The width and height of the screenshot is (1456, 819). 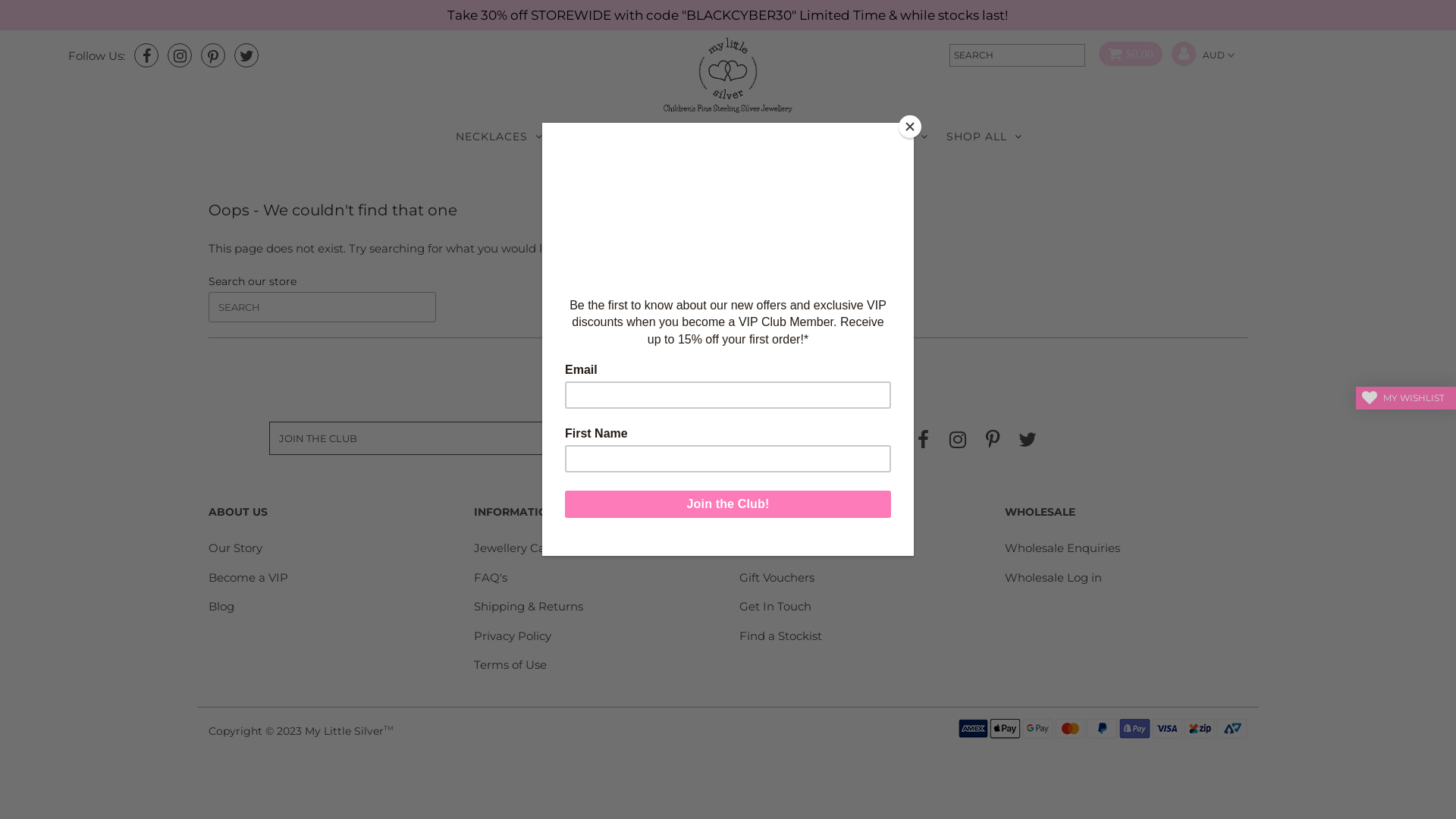 I want to click on '  $0.00', so click(x=1125, y=54).